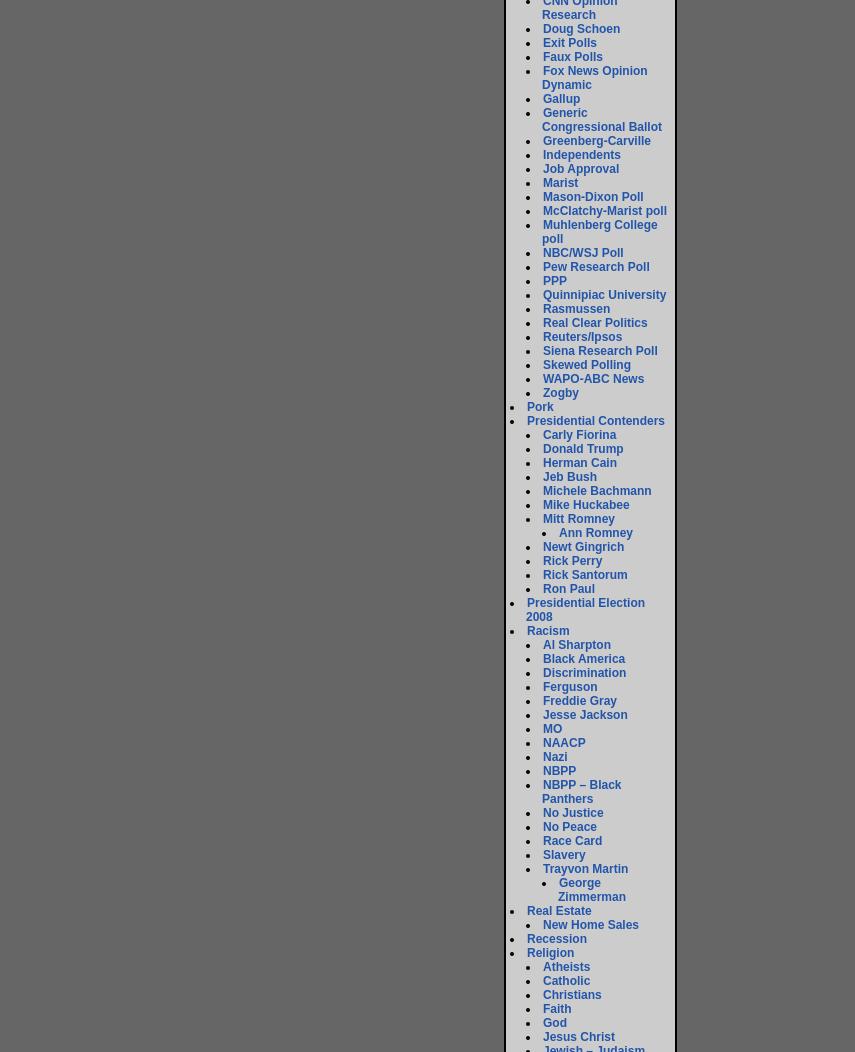  What do you see at coordinates (562, 853) in the screenshot?
I see `'Slavery'` at bounding box center [562, 853].